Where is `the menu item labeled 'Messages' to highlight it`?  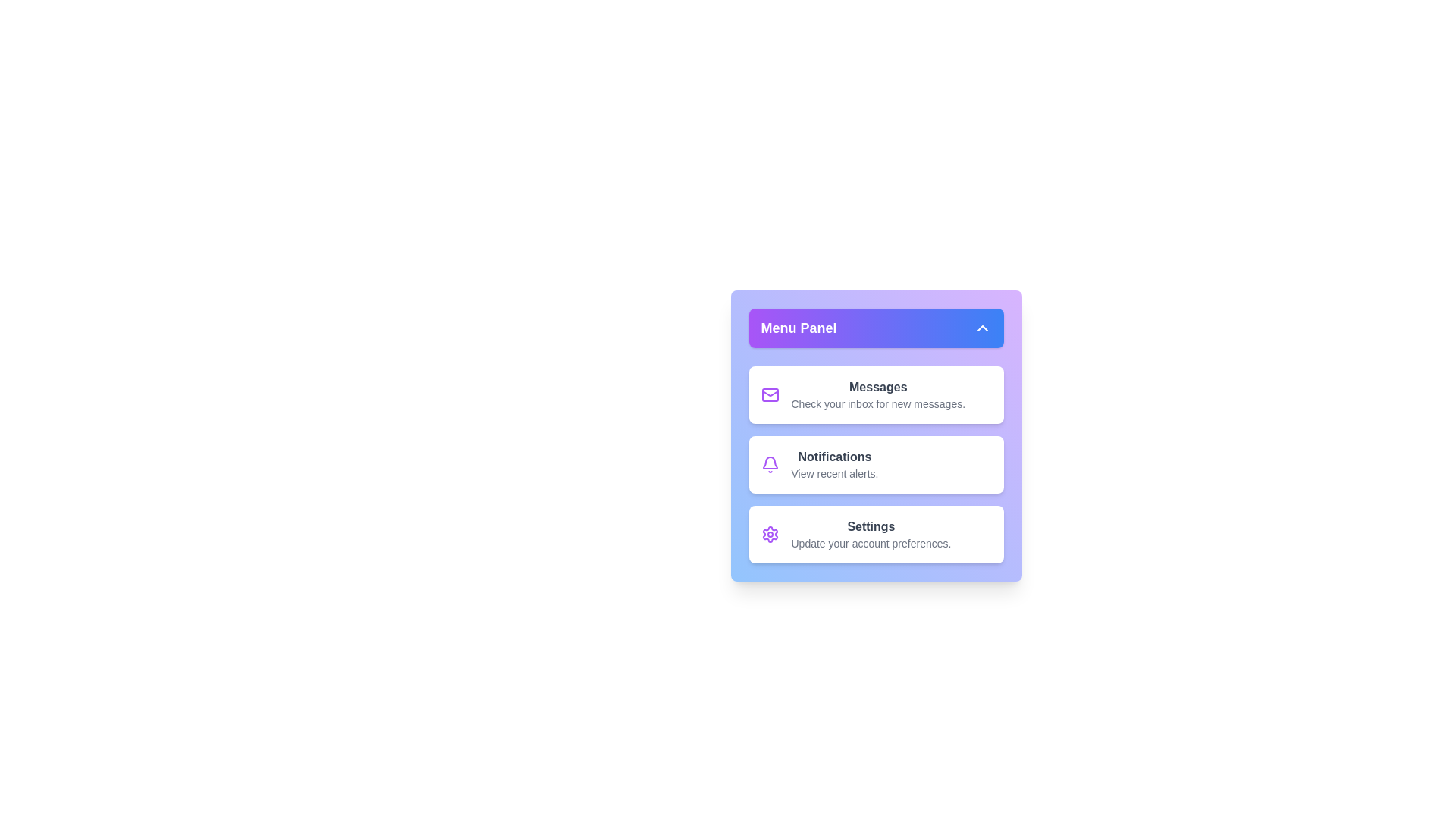
the menu item labeled 'Messages' to highlight it is located at coordinates (876, 394).